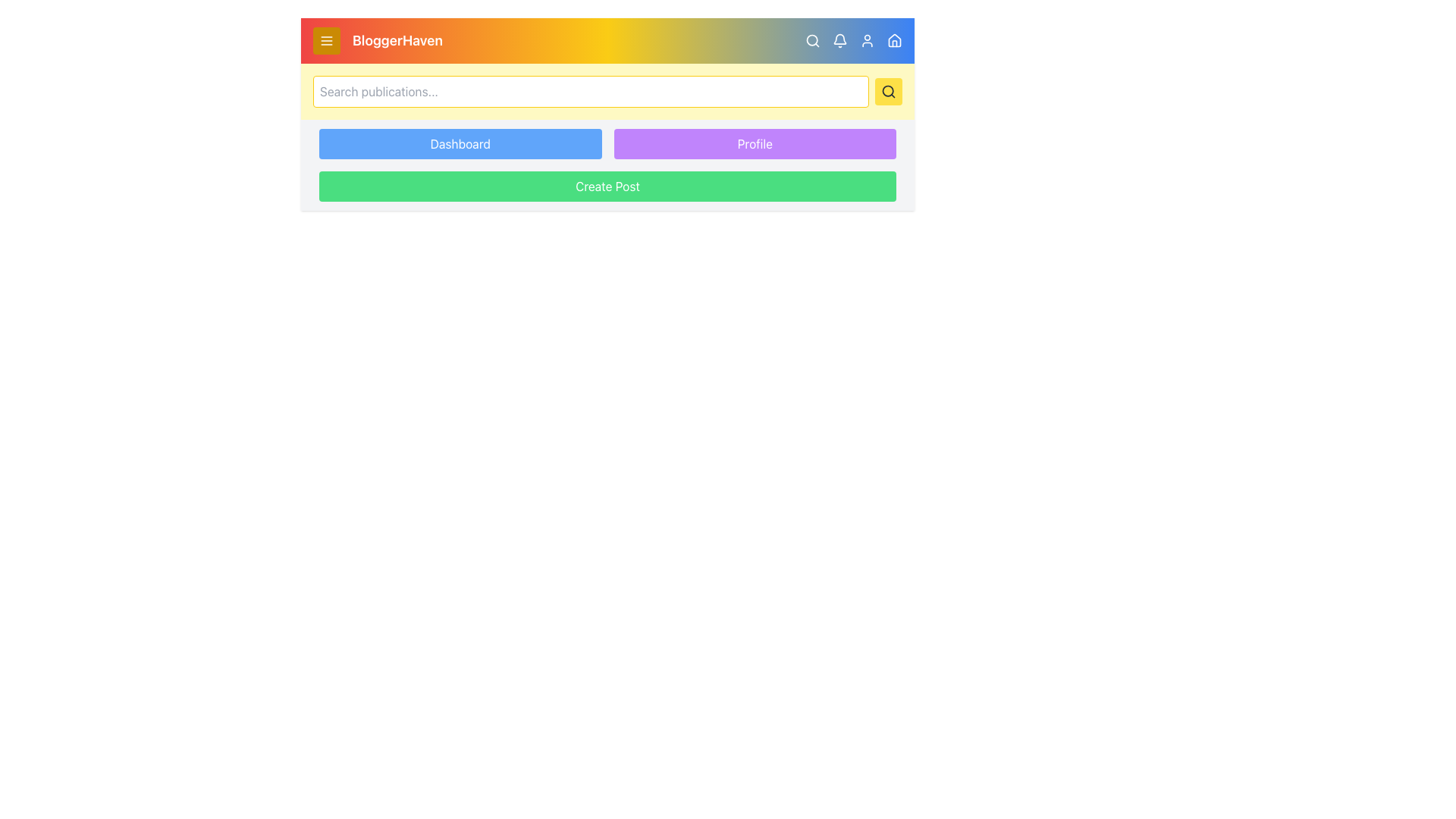 The height and width of the screenshot is (819, 1456). I want to click on the 'Profile' button, which is a rectangular button with a purple background and white text, located to the right of the 'Dashboard' button in the main navigation section, so click(755, 143).